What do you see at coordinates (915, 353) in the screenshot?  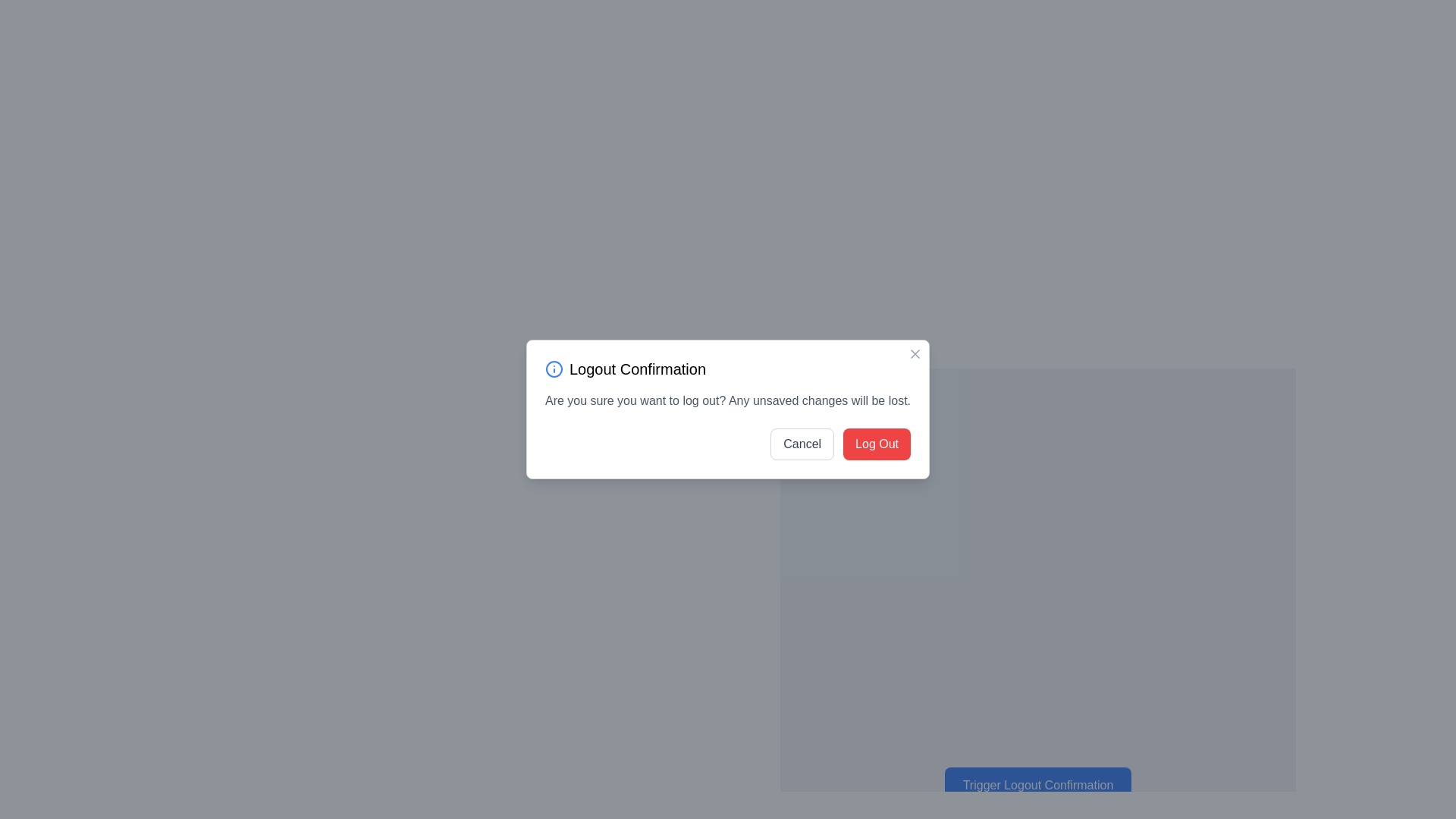 I see `the Close Button icon, which is a small gray 'X' located at the top-right corner of the logout confirmation dialog` at bounding box center [915, 353].